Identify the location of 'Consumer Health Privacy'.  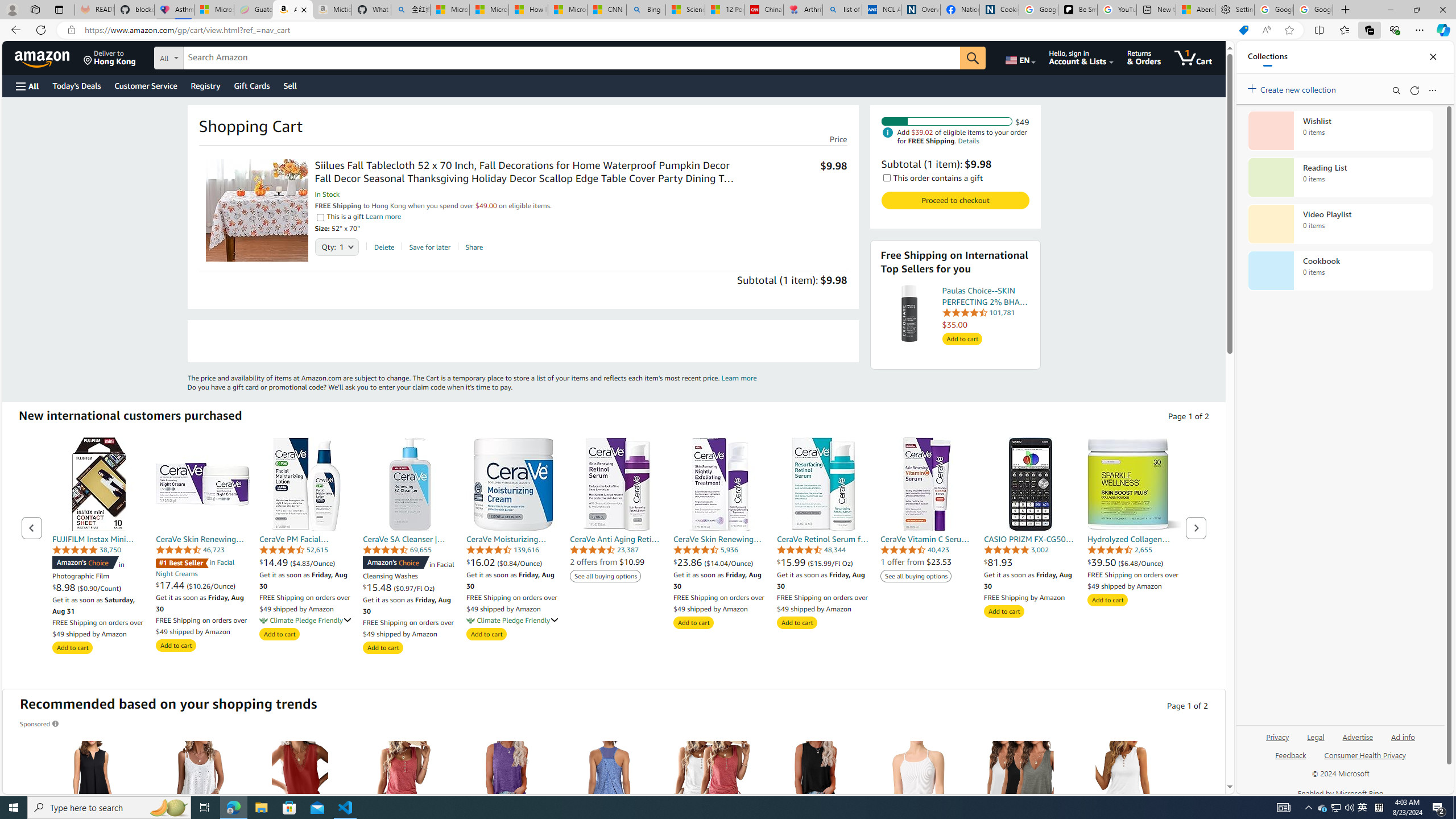
(1365, 759).